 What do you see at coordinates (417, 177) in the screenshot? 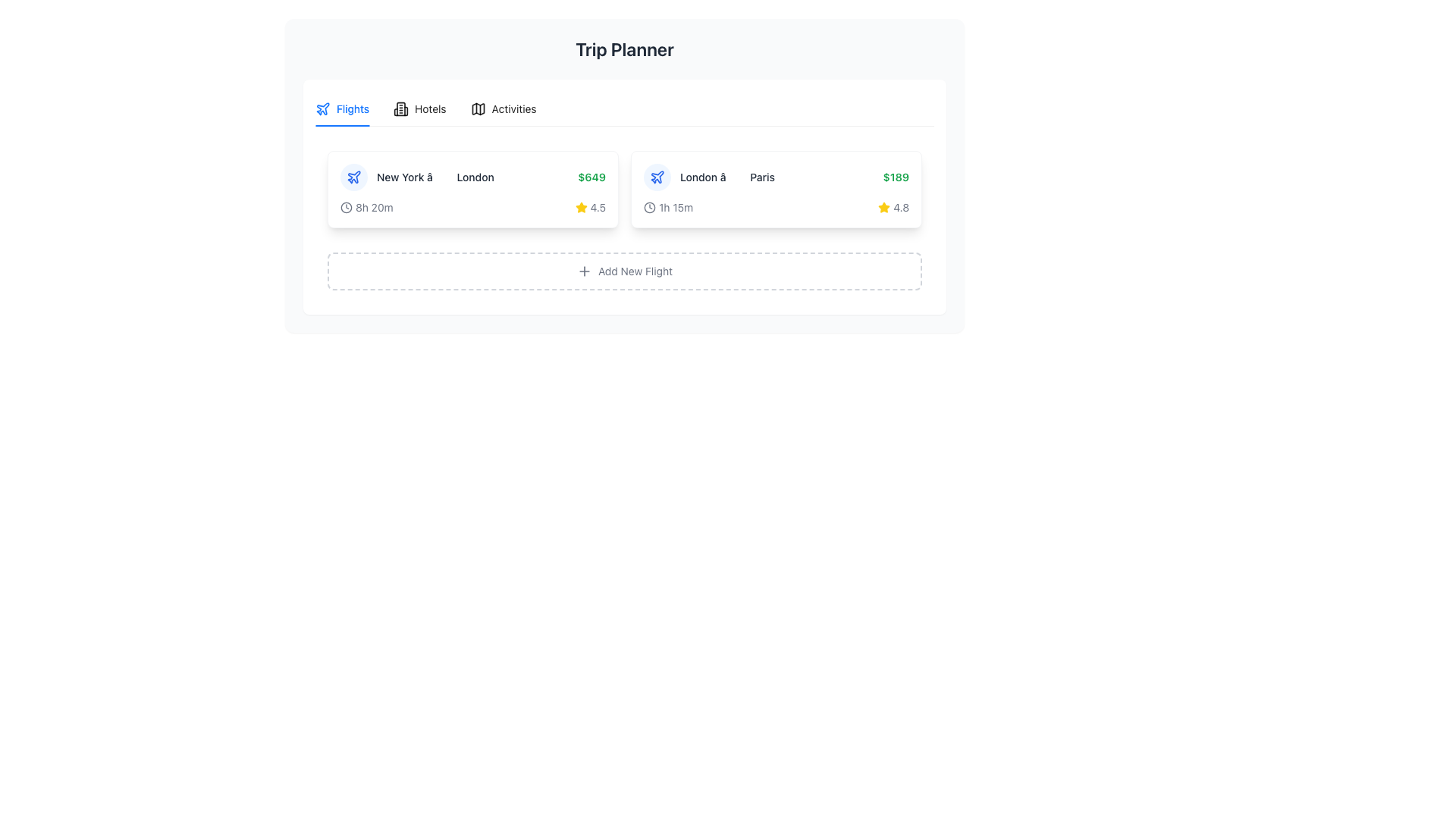
I see `the Text label that displays the flight route, located above the flight duration '8h 20m' and to the left of the flight price '$649'` at bounding box center [417, 177].